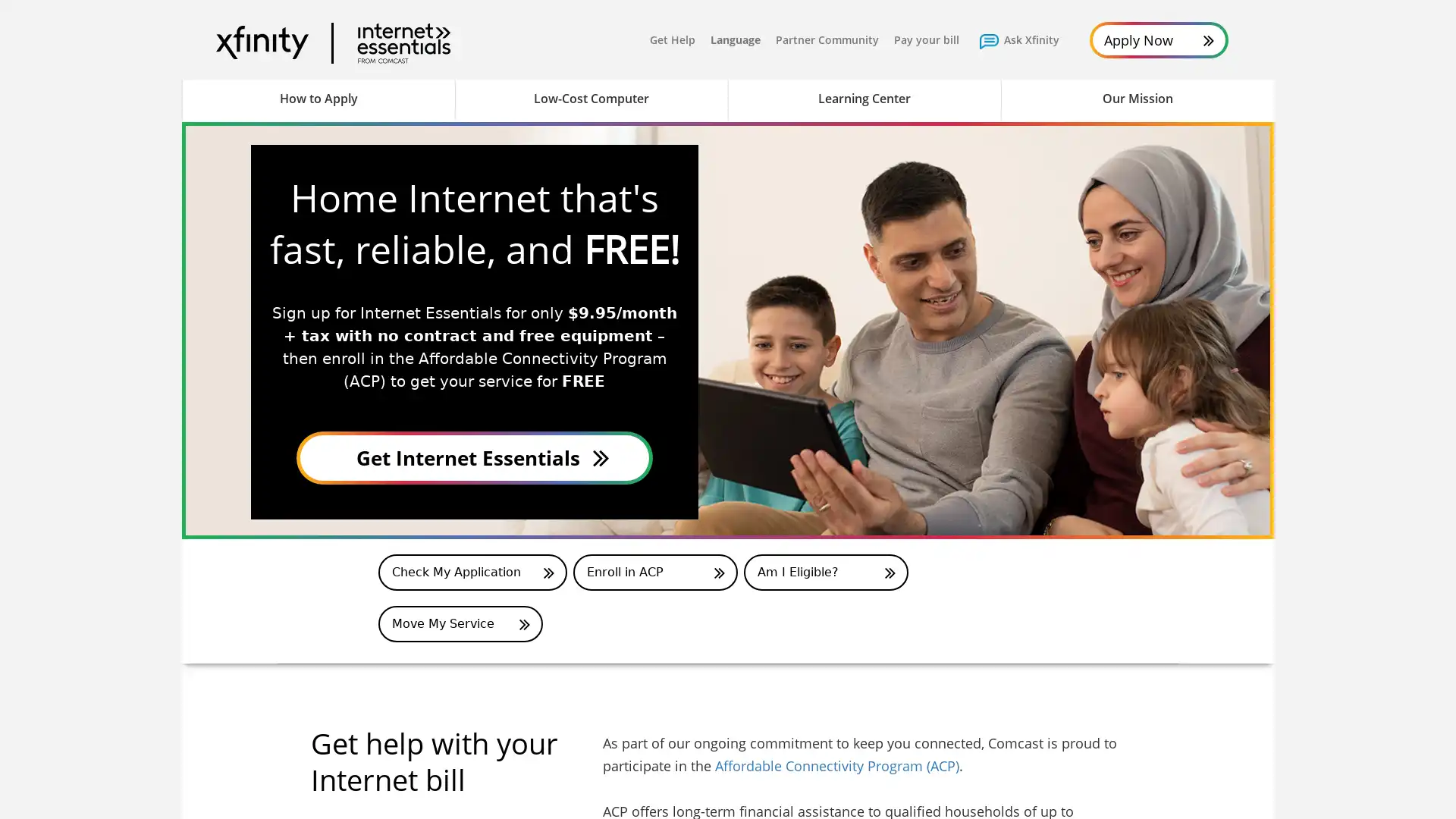 The height and width of the screenshot is (819, 1456). I want to click on Enroll in ACP, so click(655, 573).